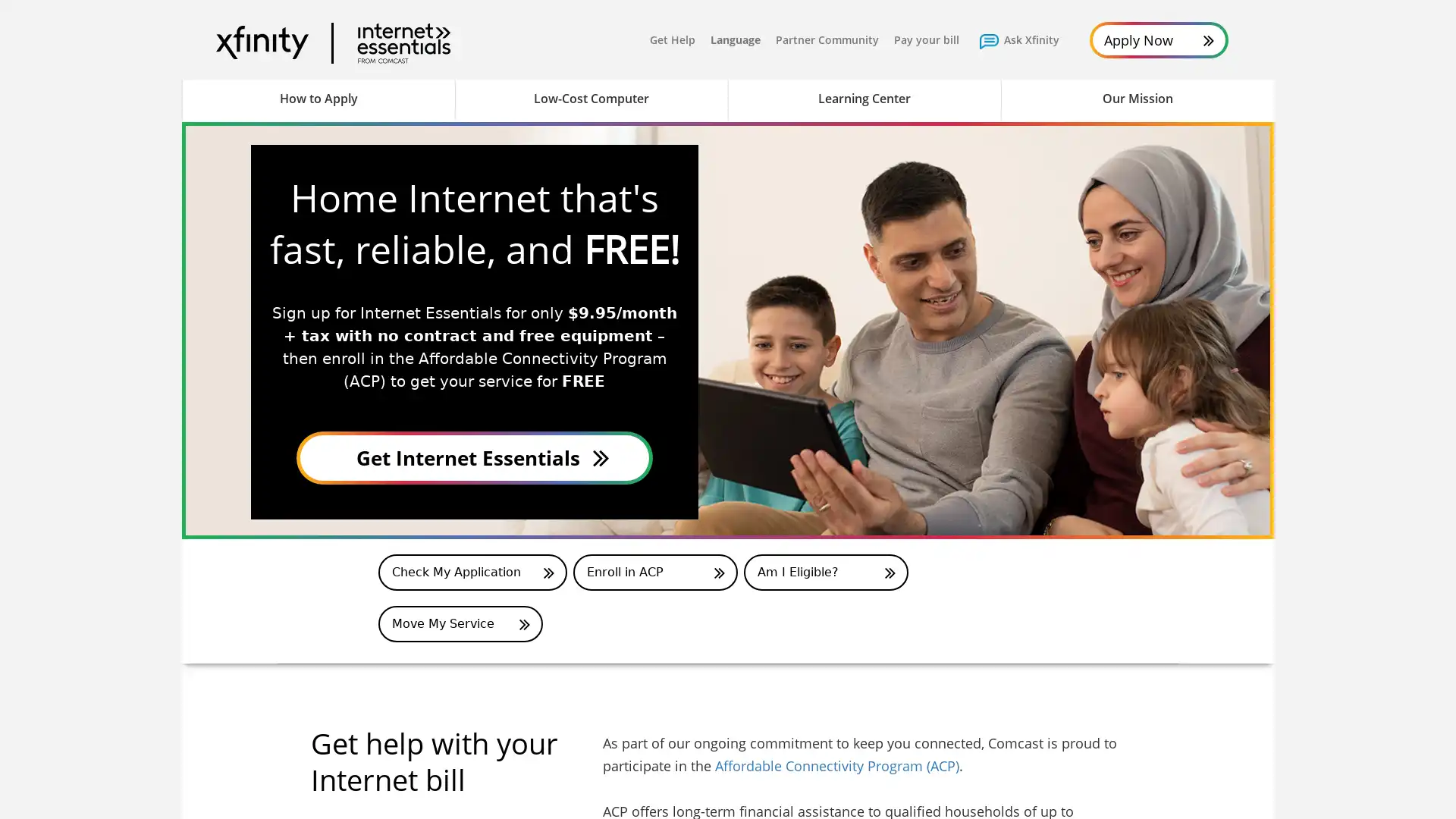 The height and width of the screenshot is (819, 1456). I want to click on Enroll in ACP, so click(655, 573).